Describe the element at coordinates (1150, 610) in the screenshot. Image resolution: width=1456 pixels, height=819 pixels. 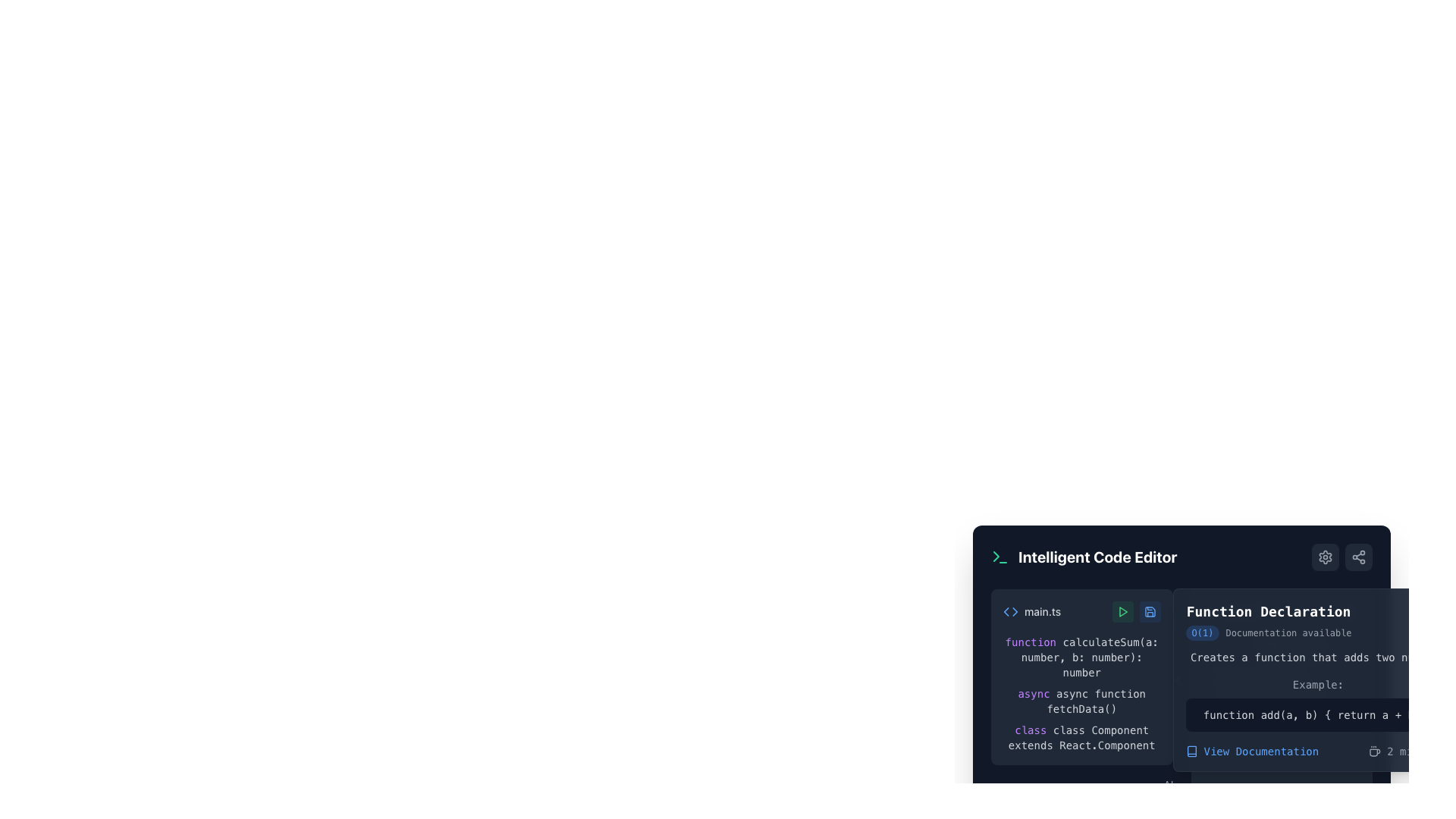
I see `the Save button located to the right of the green play button to observe any hover effects` at that location.